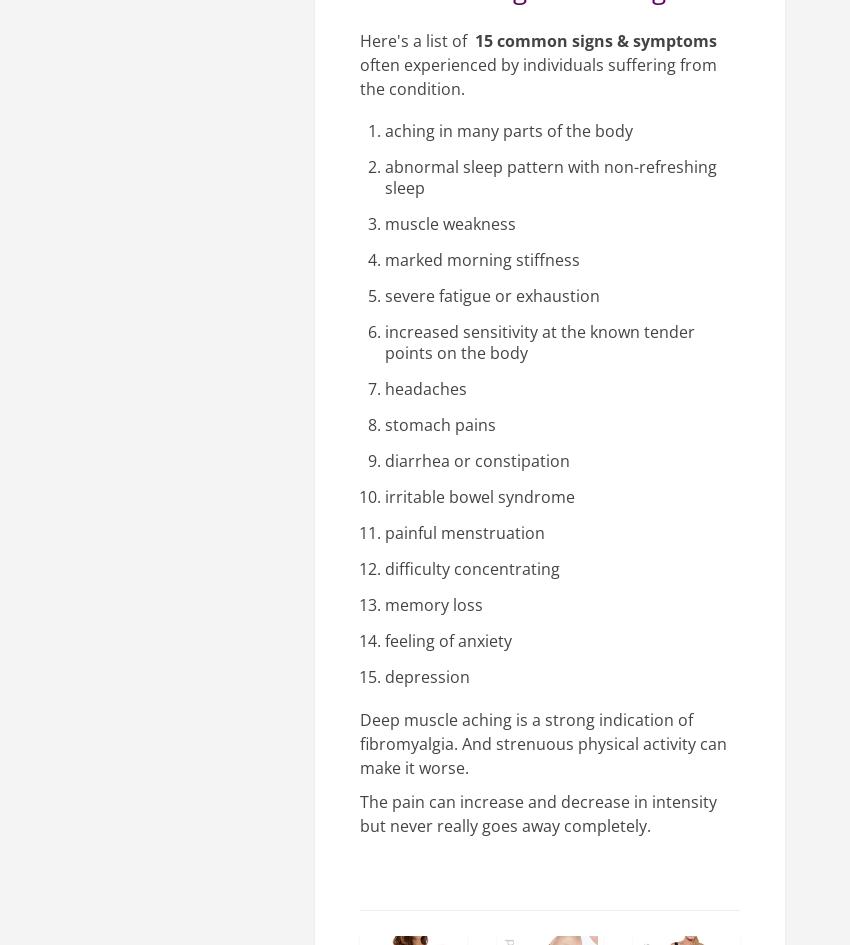  Describe the element at coordinates (464, 531) in the screenshot. I see `'painful menstruation'` at that location.